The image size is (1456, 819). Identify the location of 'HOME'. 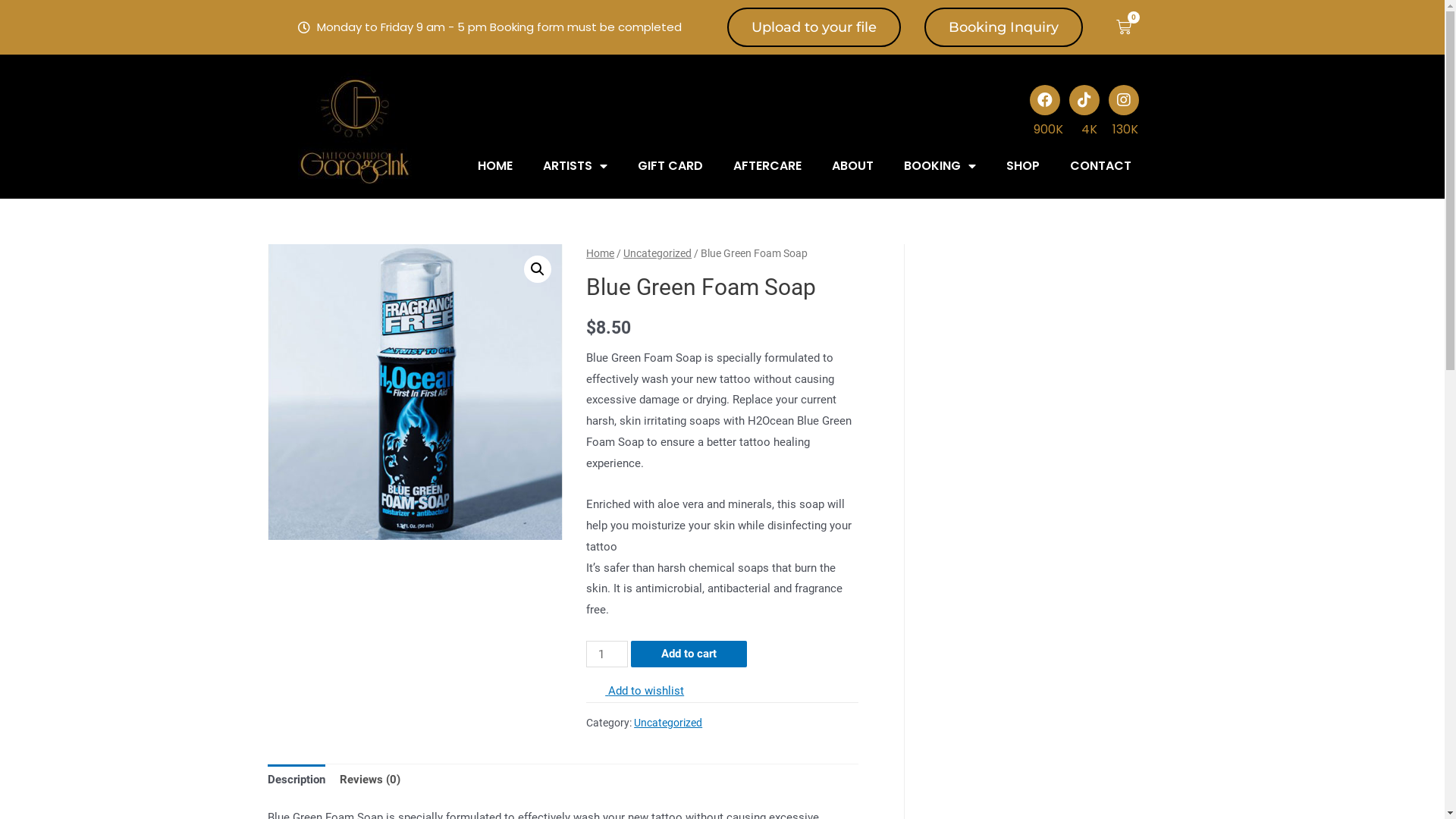
(494, 166).